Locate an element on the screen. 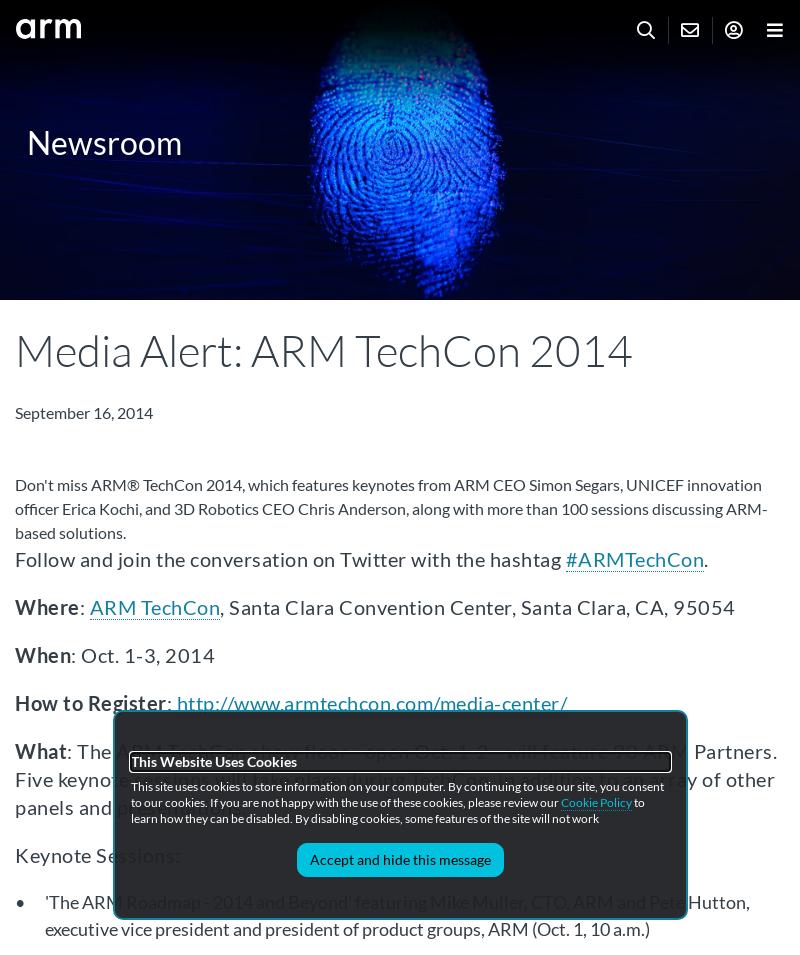 This screenshot has width=800, height=955. ': Oct. 1-3, 2014' is located at coordinates (142, 654).